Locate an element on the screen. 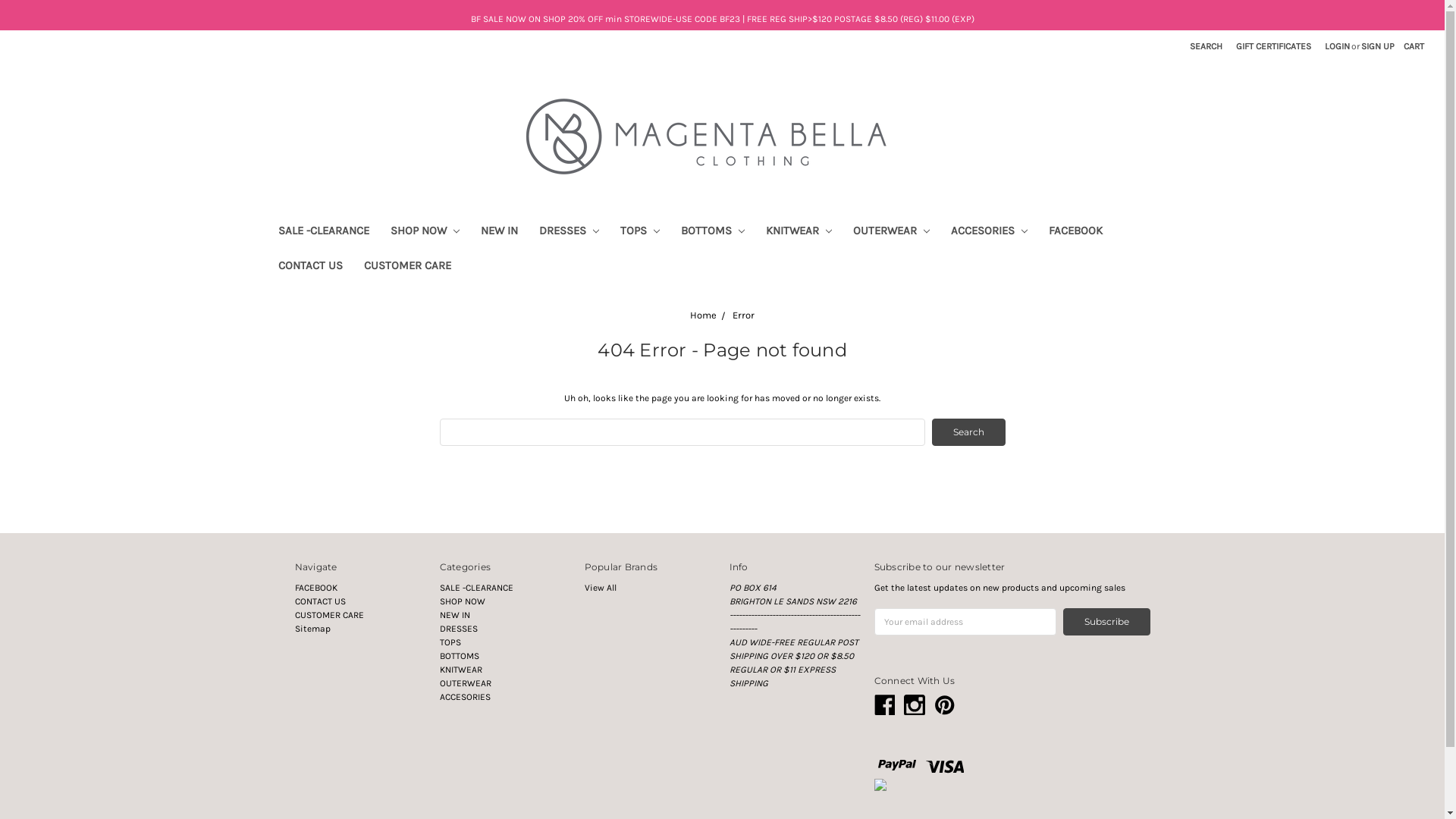 This screenshot has height=819, width=1456. 'SEARCH' is located at coordinates (1205, 45).